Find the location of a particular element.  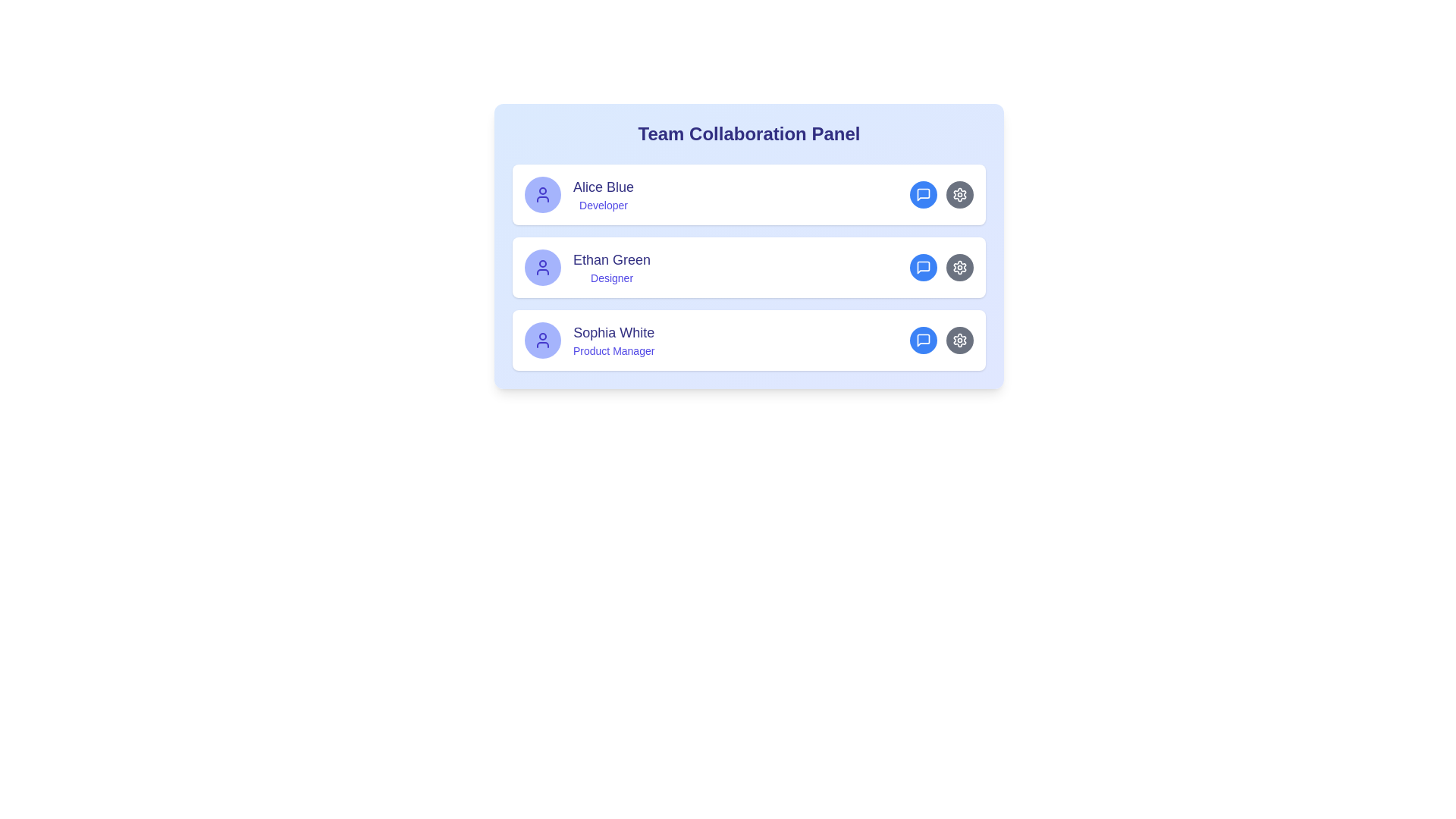

the text label displaying the name 'Ethan Green', which is prominently featured in a large, bold, indigo font within the Team Collaboration Panel is located at coordinates (611, 259).